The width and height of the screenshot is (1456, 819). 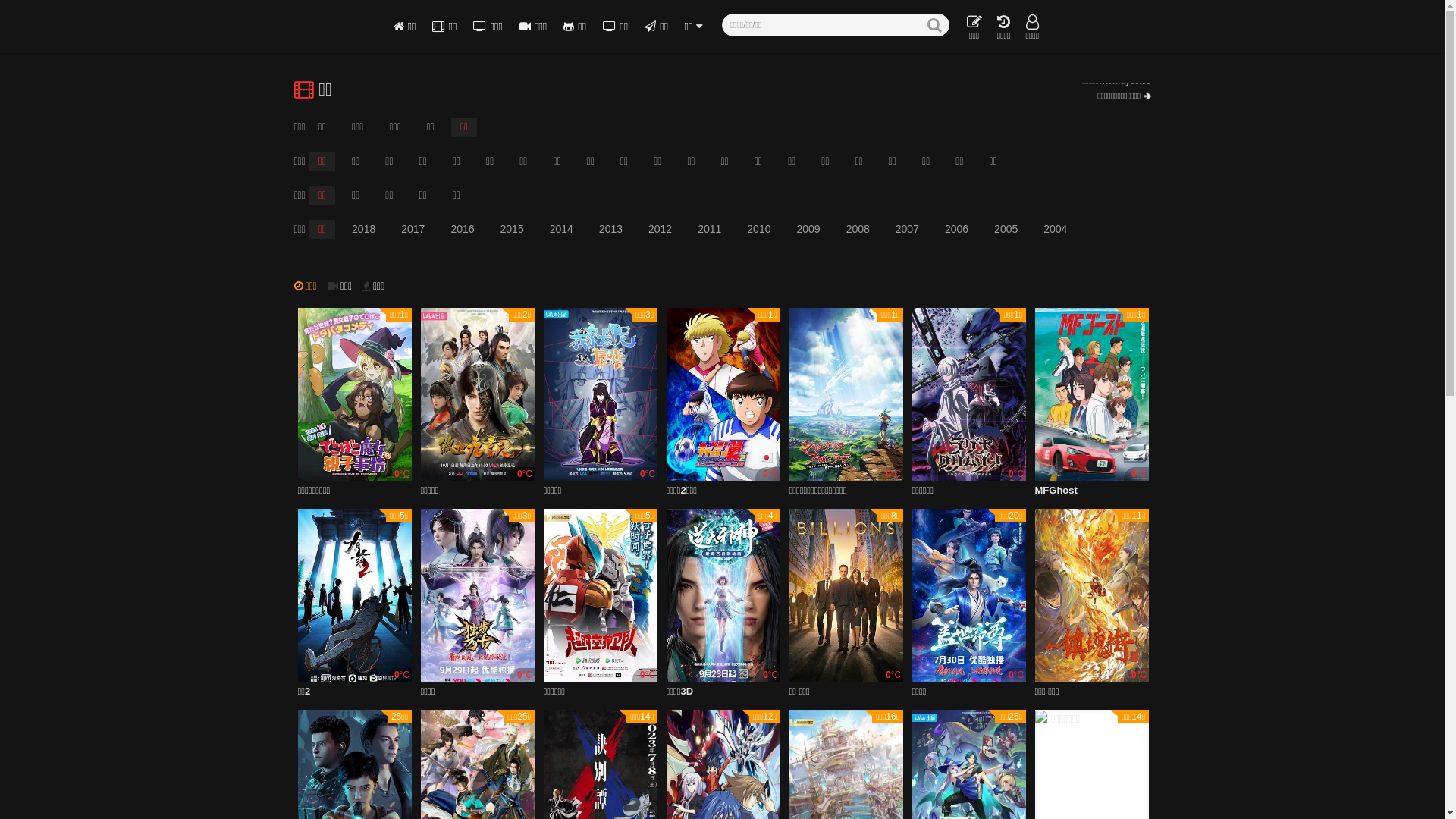 What do you see at coordinates (687, 229) in the screenshot?
I see `'2011'` at bounding box center [687, 229].